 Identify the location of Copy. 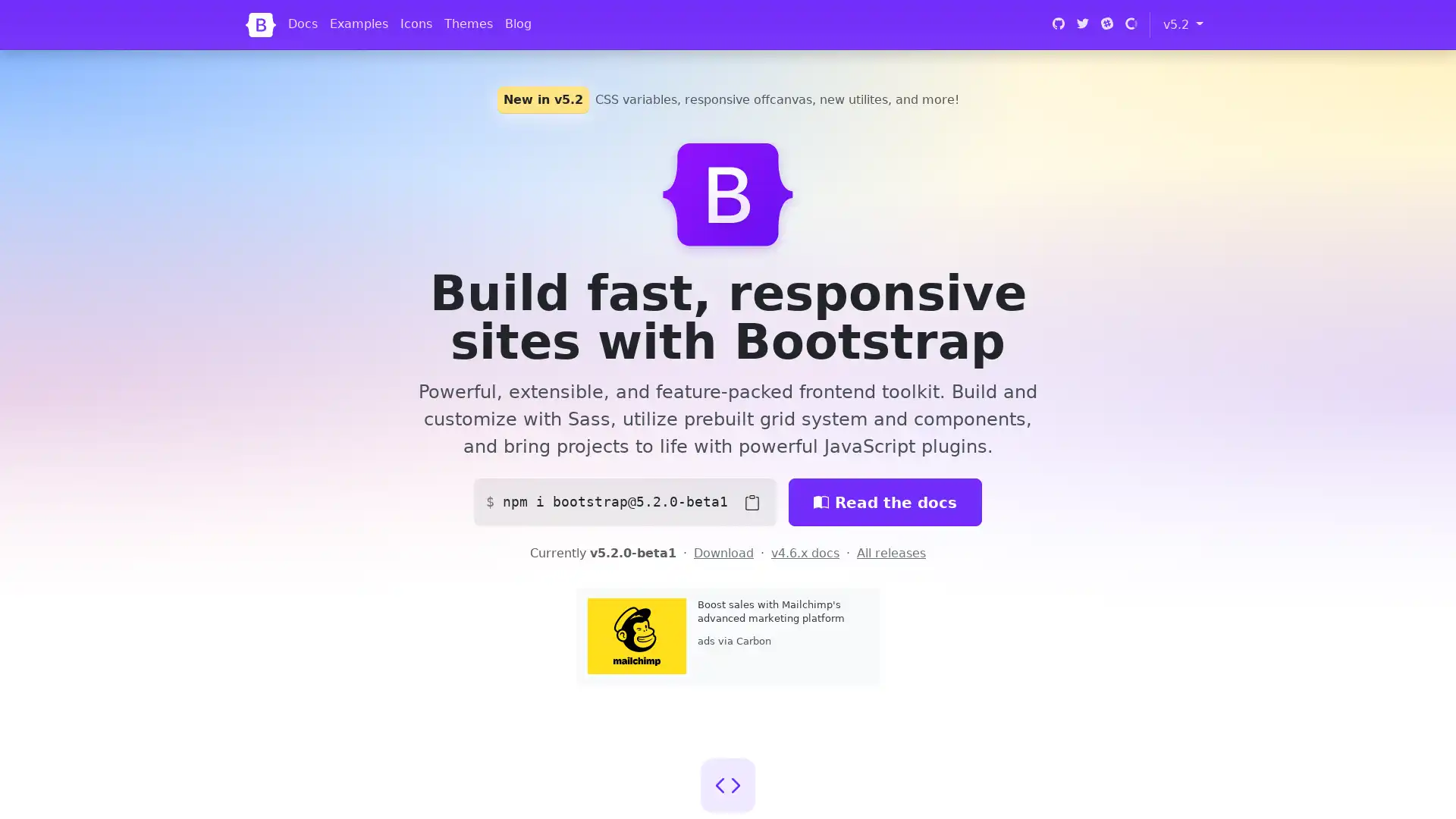
(752, 501).